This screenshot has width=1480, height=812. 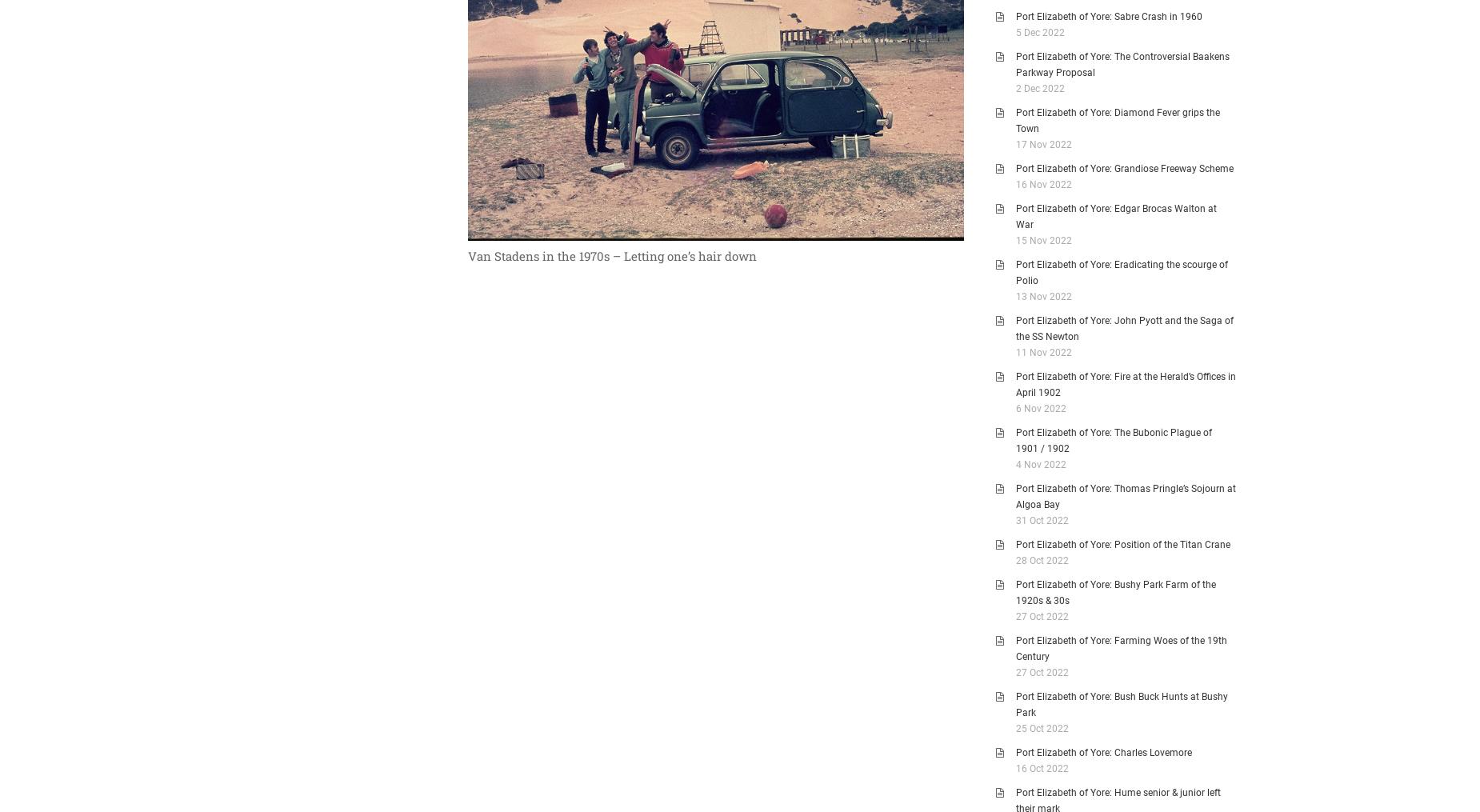 What do you see at coordinates (1042, 143) in the screenshot?
I see `'17 Nov 2022'` at bounding box center [1042, 143].